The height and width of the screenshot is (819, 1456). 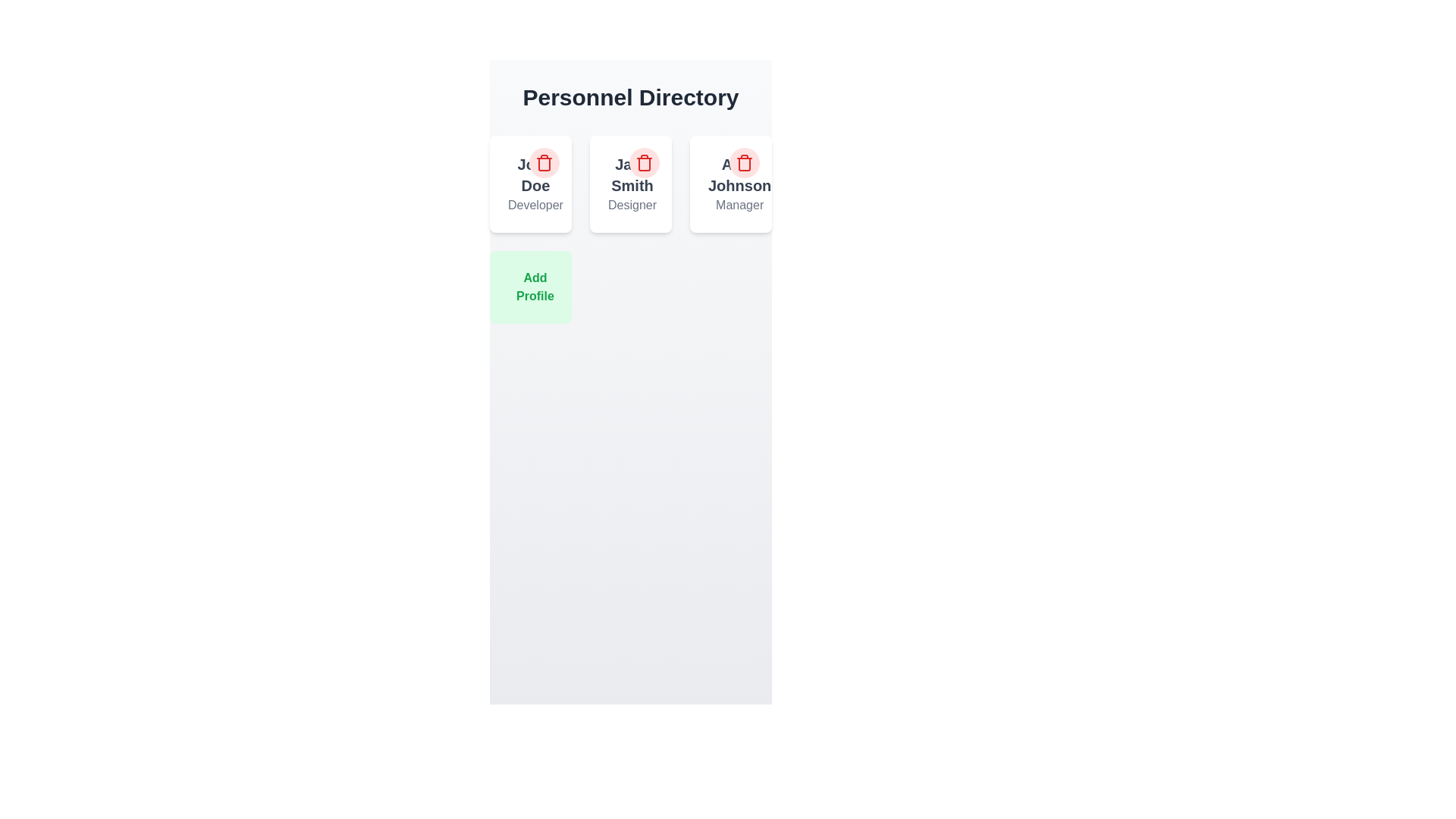 What do you see at coordinates (535, 184) in the screenshot?
I see `the text element displaying the name and job title of an individual in the Personnel Directory` at bounding box center [535, 184].